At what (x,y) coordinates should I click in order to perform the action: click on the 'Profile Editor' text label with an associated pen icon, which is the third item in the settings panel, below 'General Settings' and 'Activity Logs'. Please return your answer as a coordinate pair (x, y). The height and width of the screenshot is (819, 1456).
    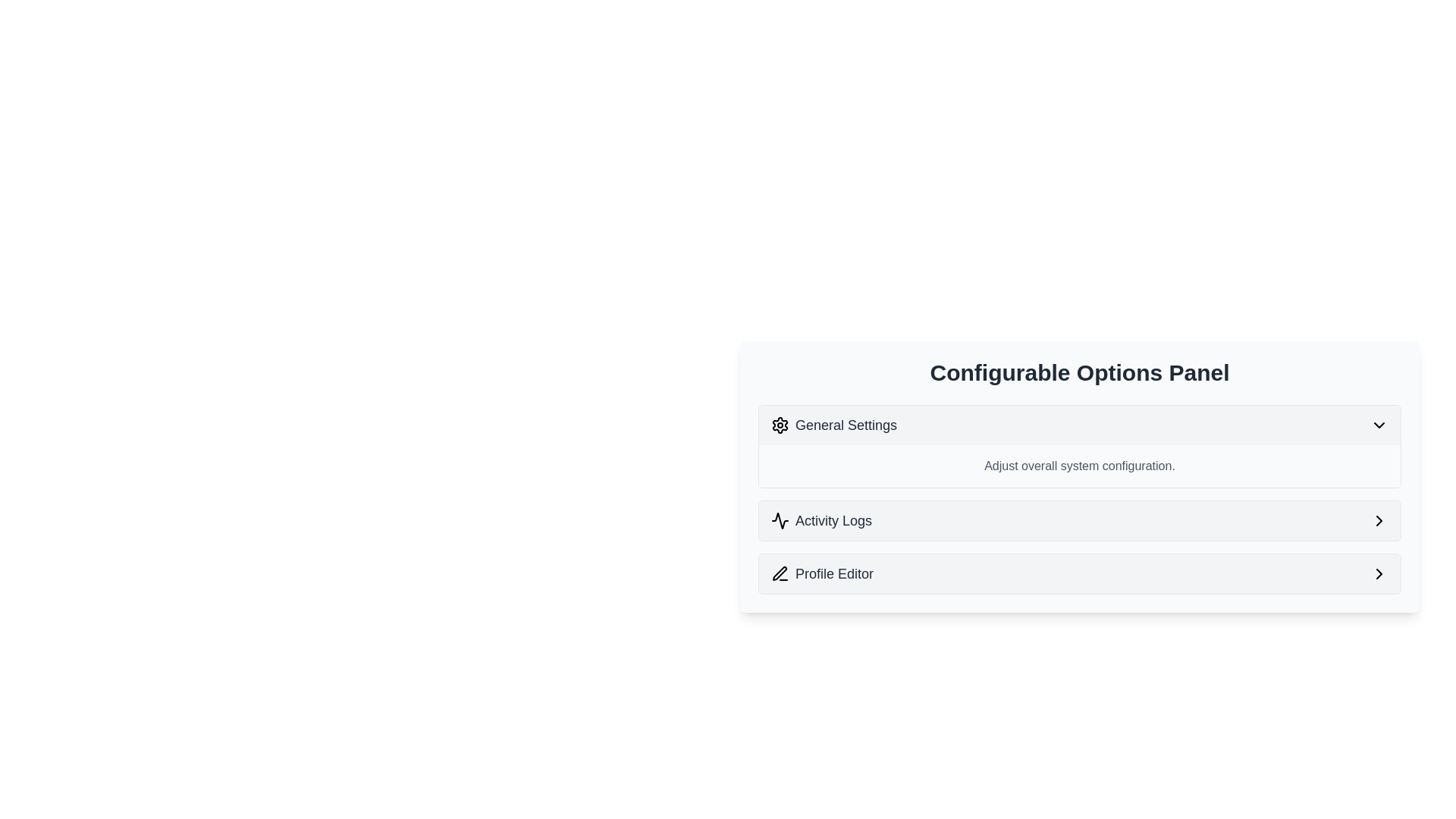
    Looking at the image, I should click on (821, 573).